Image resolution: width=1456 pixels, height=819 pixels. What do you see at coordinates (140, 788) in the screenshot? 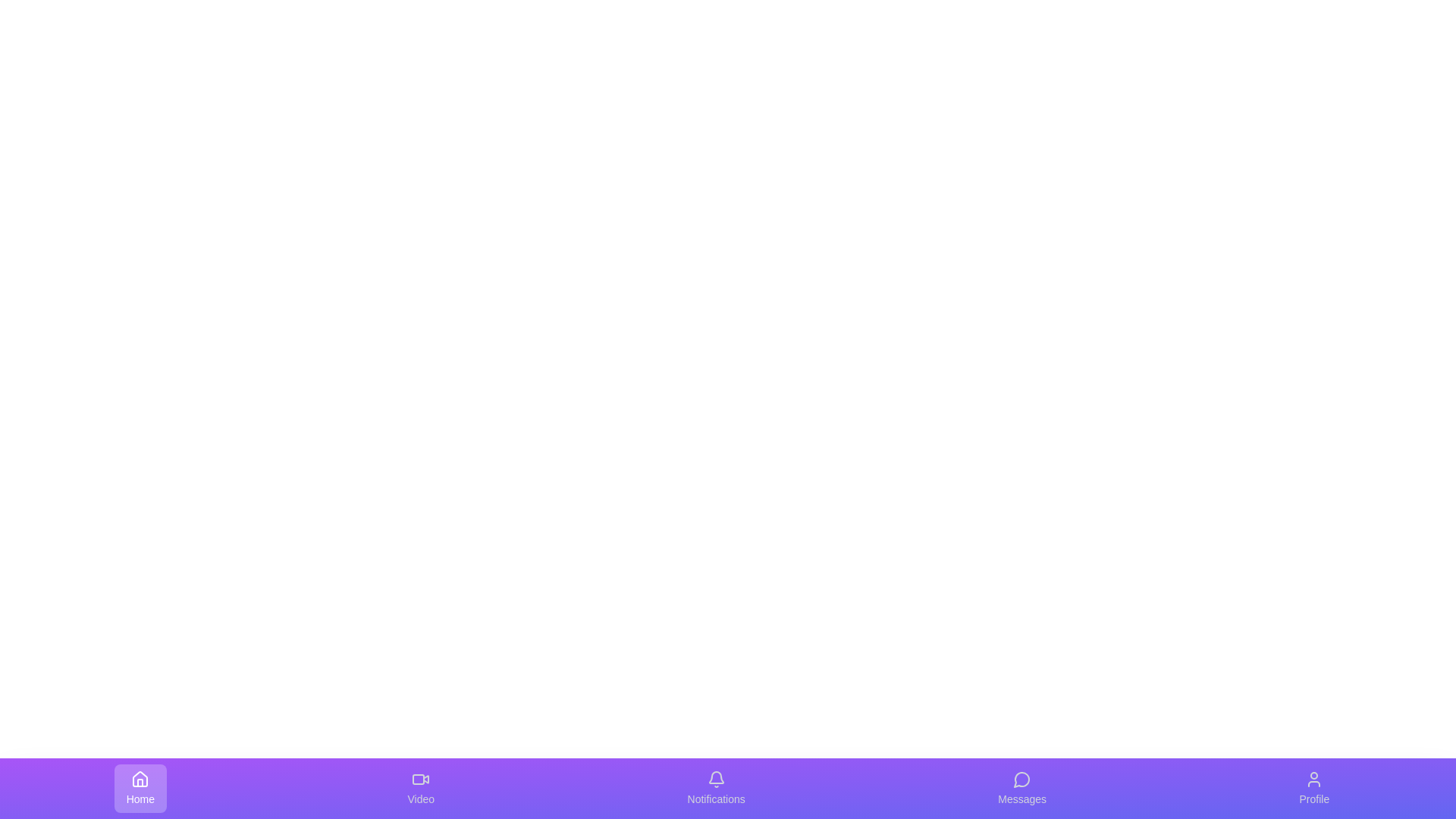
I see `the icon for Home to trigger visual feedback` at bounding box center [140, 788].